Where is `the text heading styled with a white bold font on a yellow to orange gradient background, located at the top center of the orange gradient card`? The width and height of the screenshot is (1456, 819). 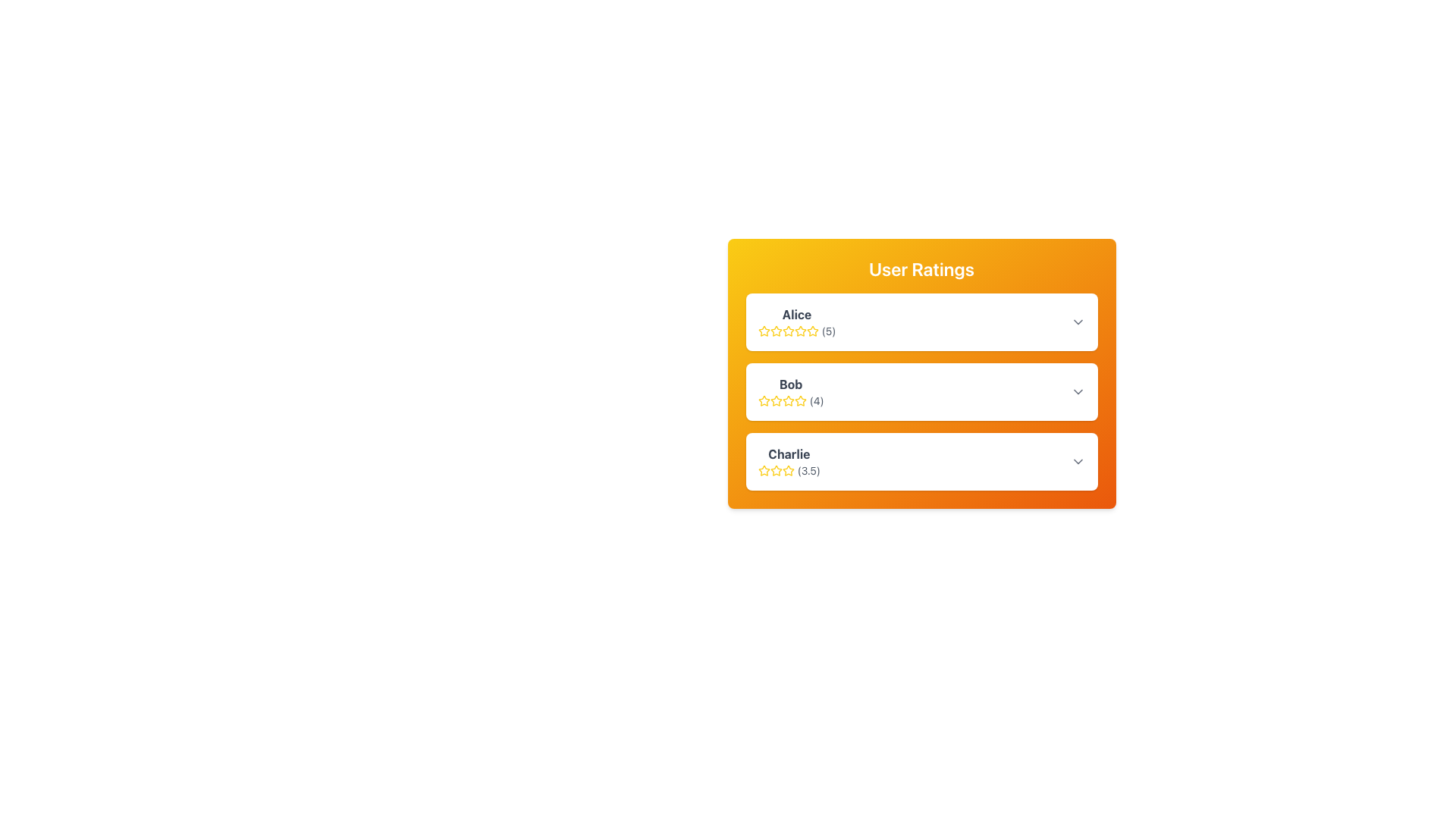
the text heading styled with a white bold font on a yellow to orange gradient background, located at the top center of the orange gradient card is located at coordinates (921, 268).